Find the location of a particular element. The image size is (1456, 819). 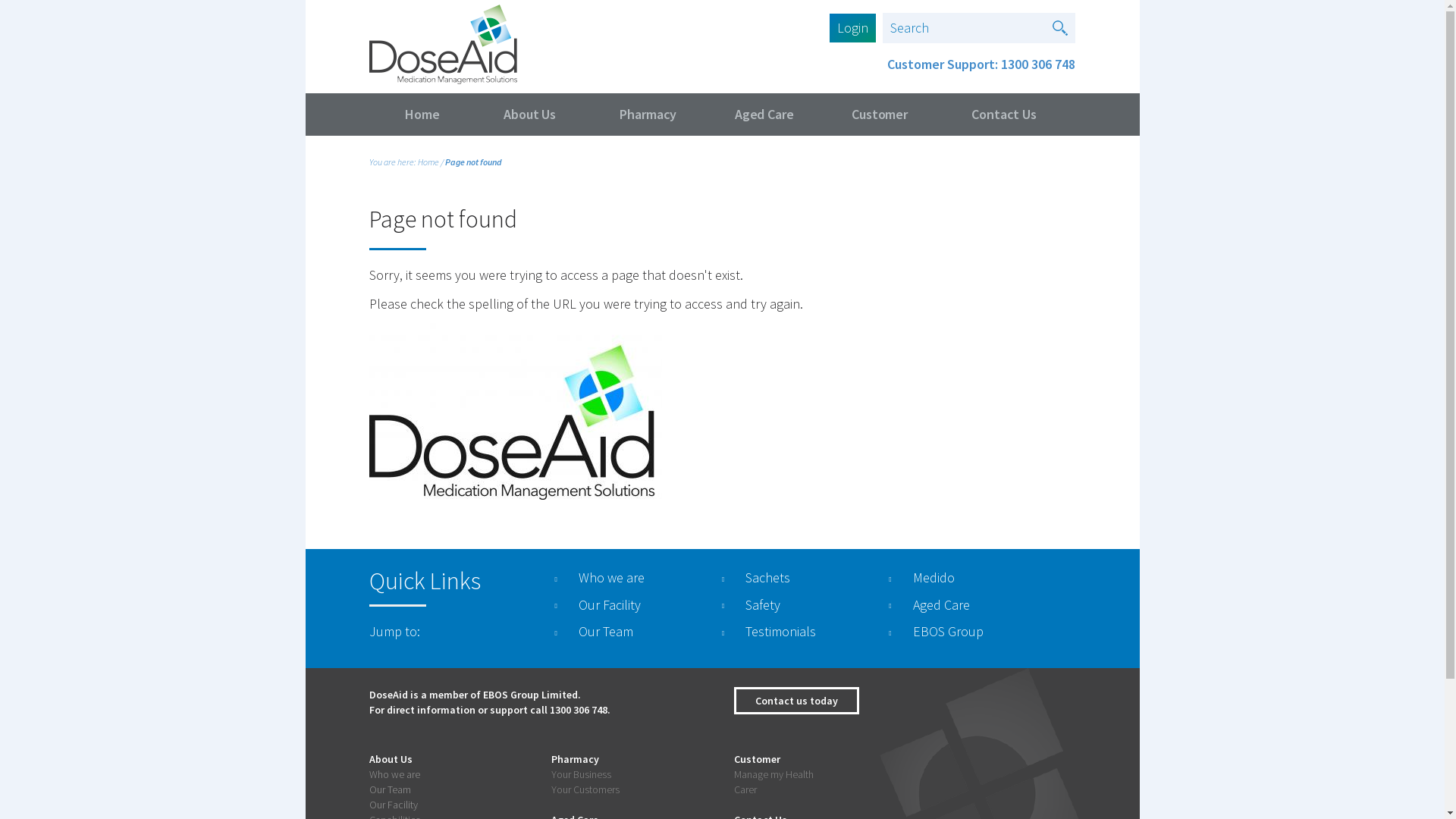

'Our Team' is located at coordinates (389, 789).